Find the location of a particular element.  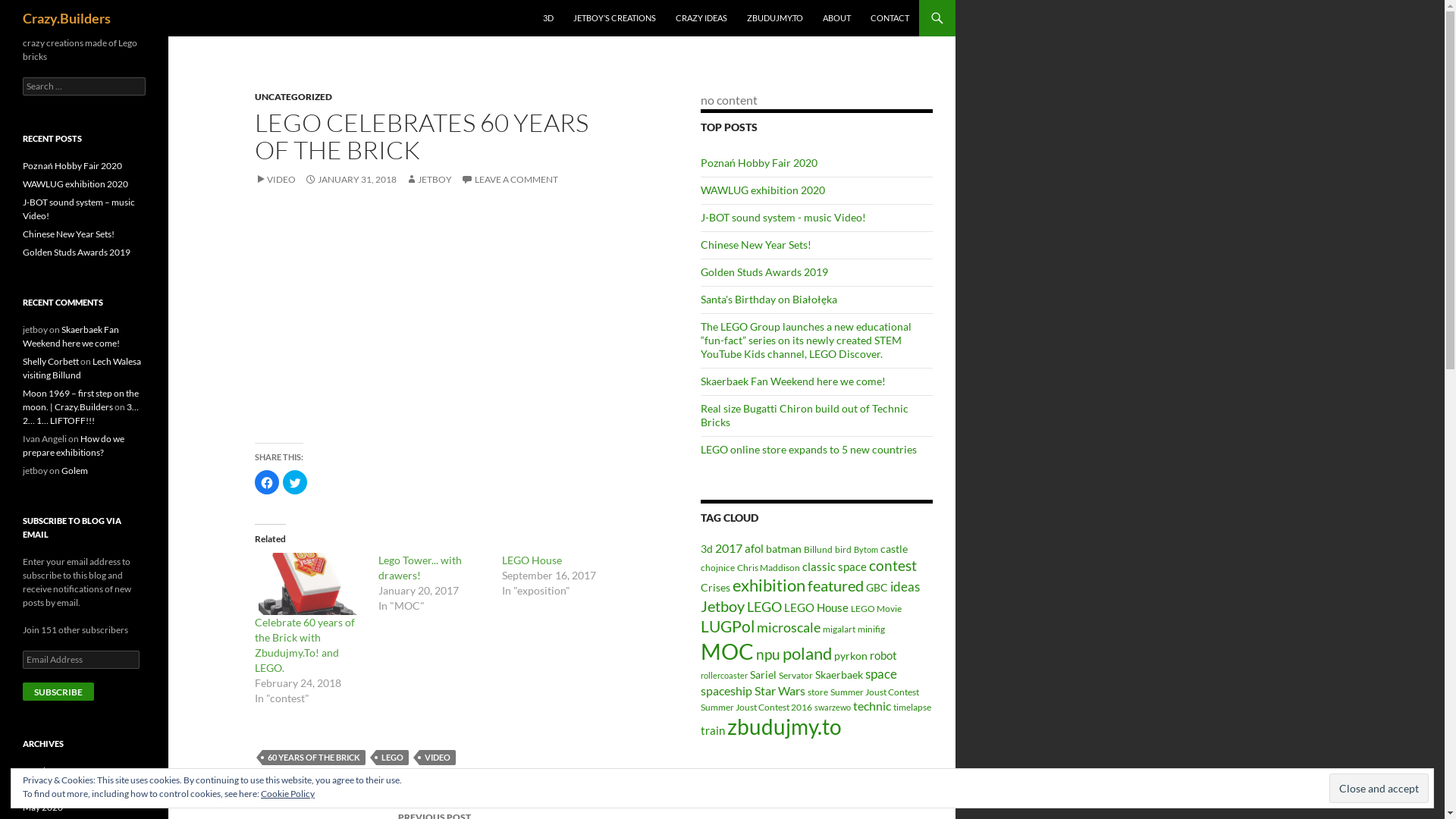

'LEGO House' is located at coordinates (532, 560).